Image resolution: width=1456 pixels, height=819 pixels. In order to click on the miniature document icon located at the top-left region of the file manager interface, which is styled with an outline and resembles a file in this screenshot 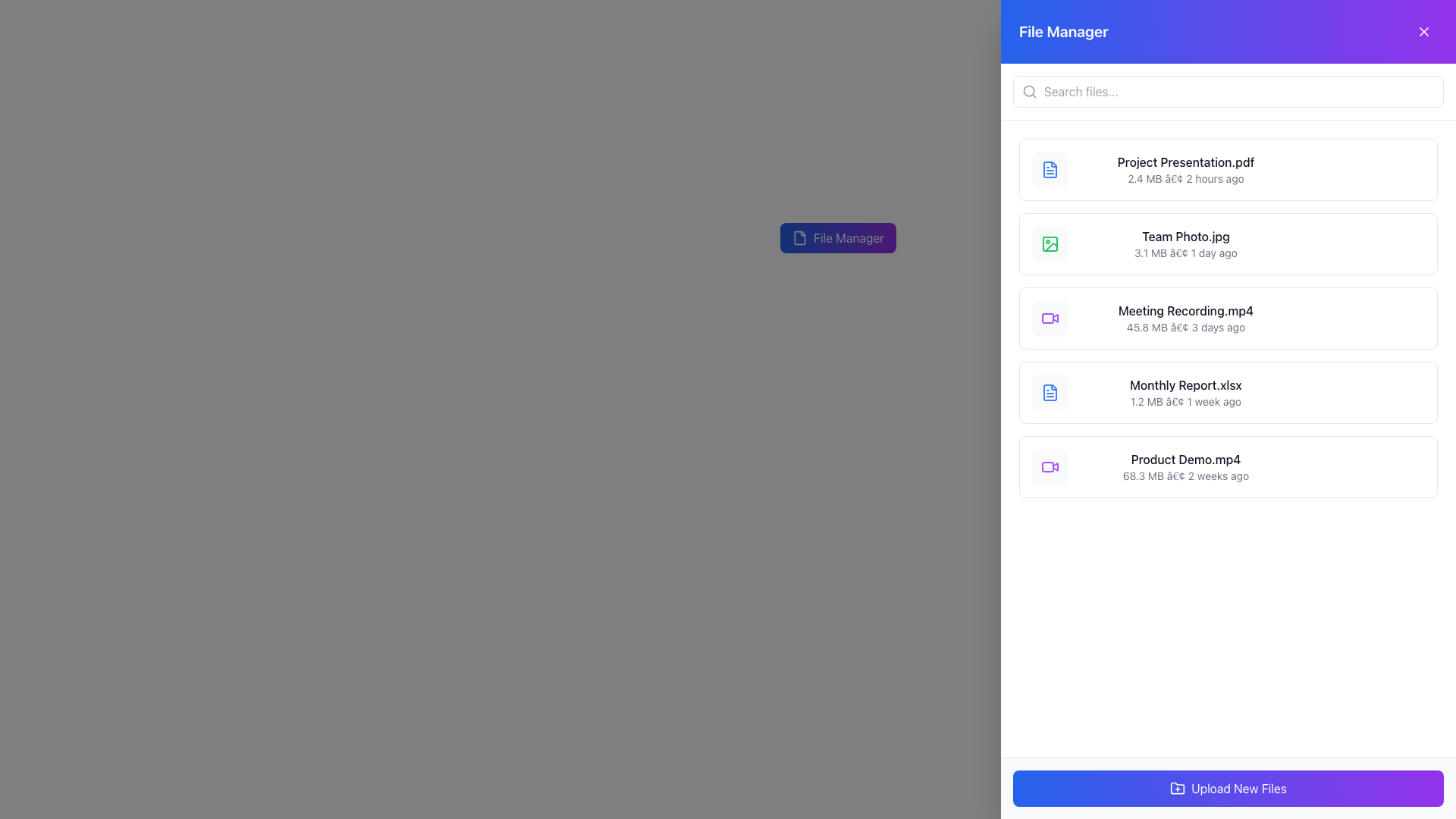, I will do `click(1050, 169)`.